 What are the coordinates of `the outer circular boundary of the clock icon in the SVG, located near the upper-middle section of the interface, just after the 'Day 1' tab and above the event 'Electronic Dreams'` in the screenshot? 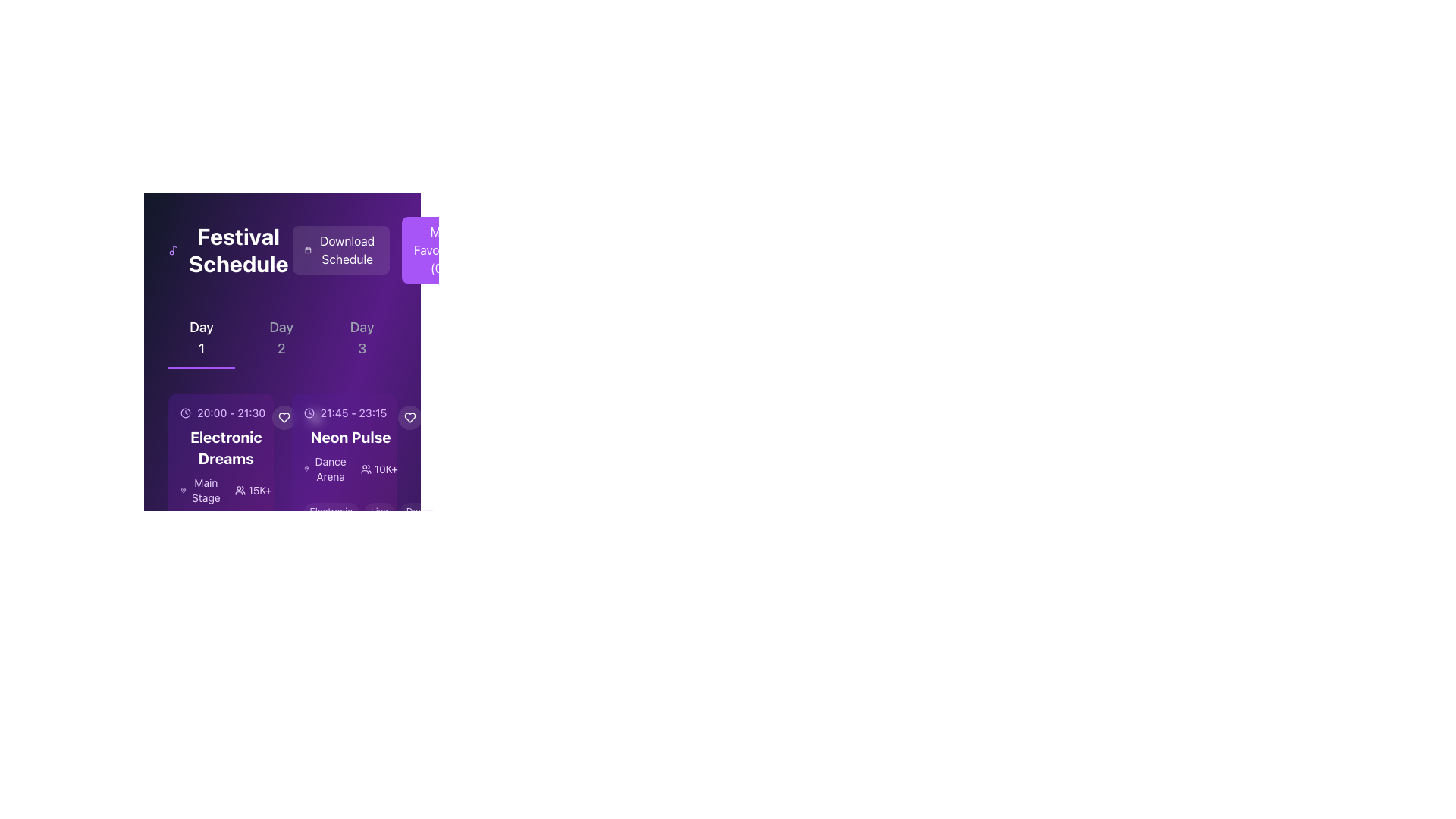 It's located at (184, 413).